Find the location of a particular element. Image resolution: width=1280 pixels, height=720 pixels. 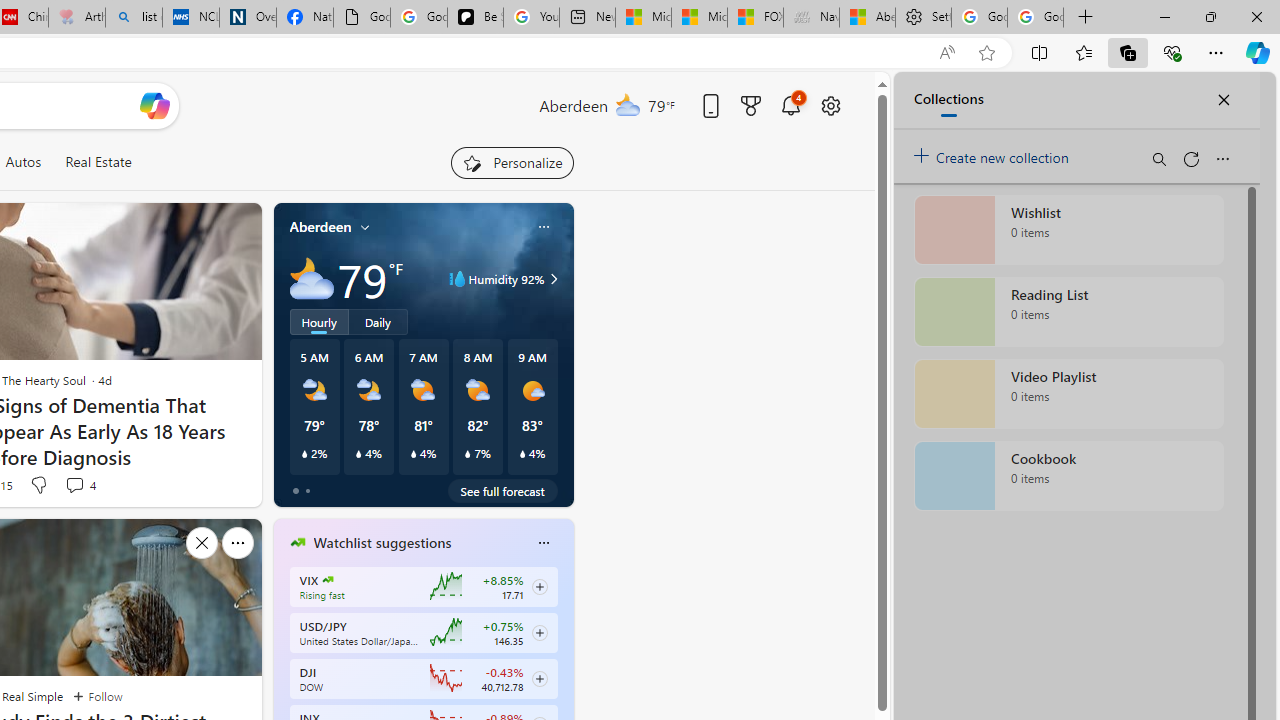

'CBOE Market Volatility Index' is located at coordinates (328, 579).